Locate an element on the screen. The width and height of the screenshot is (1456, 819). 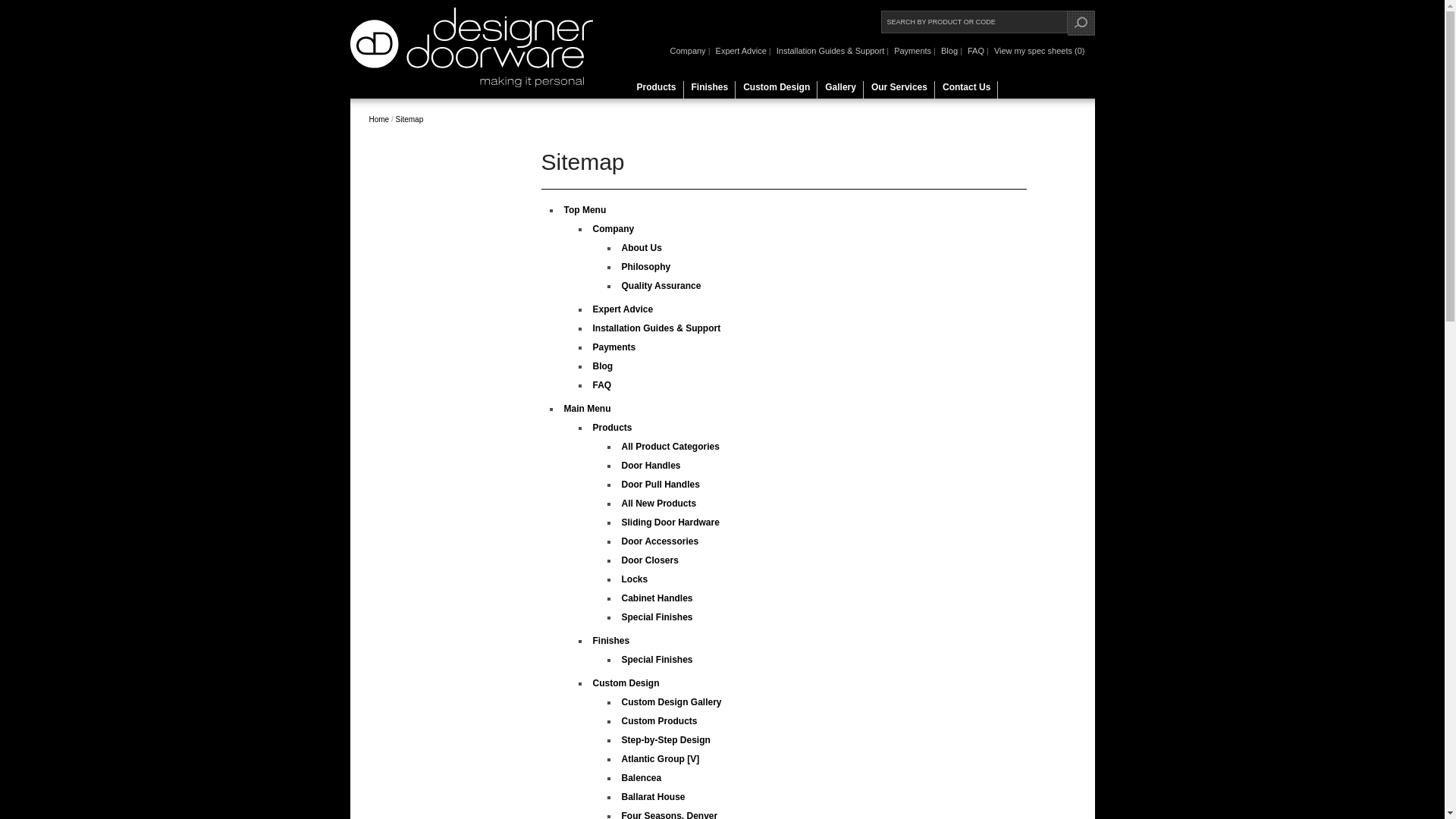
'Blog' is located at coordinates (948, 49).